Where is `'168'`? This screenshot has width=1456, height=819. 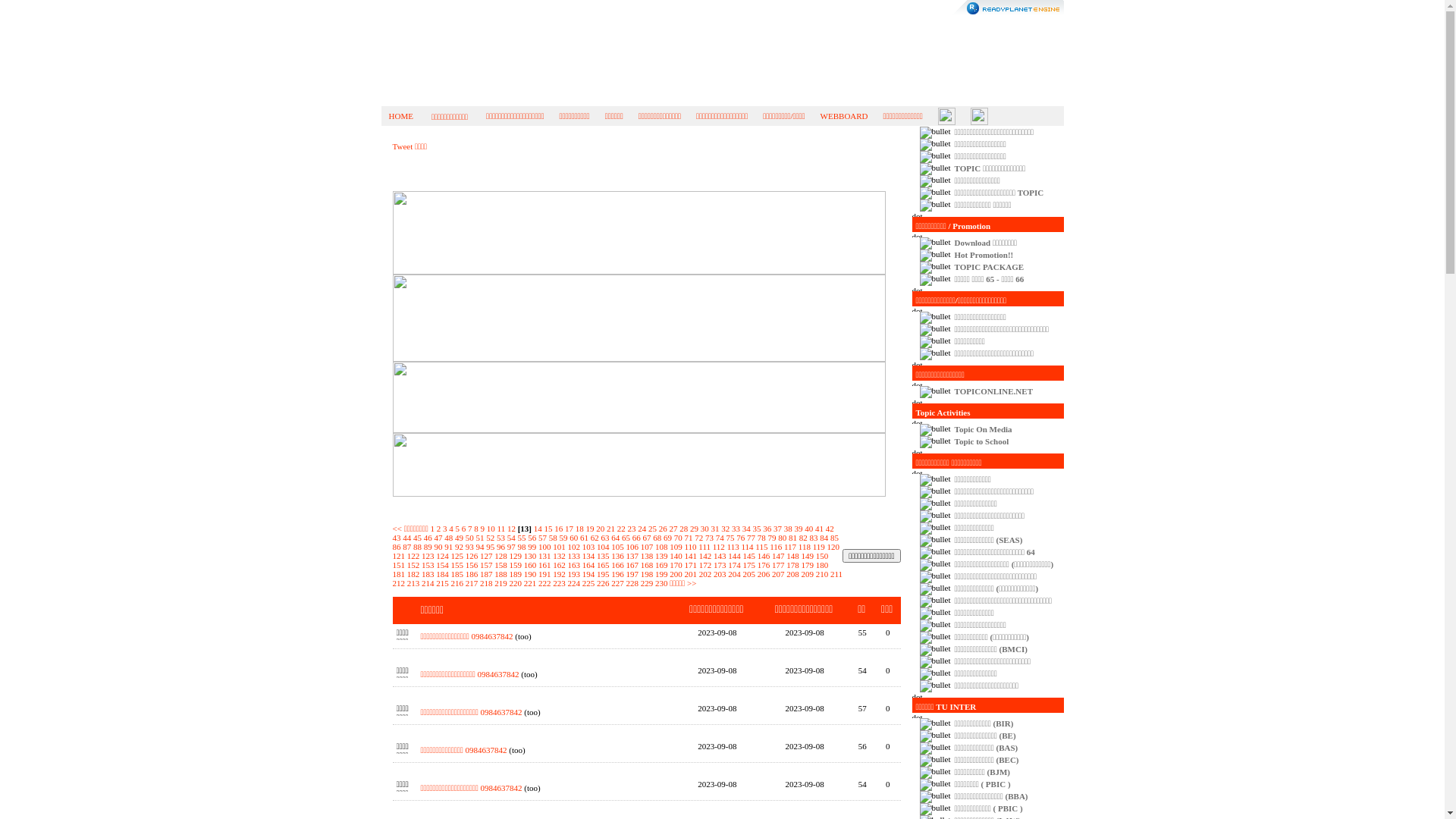
'168' is located at coordinates (640, 564).